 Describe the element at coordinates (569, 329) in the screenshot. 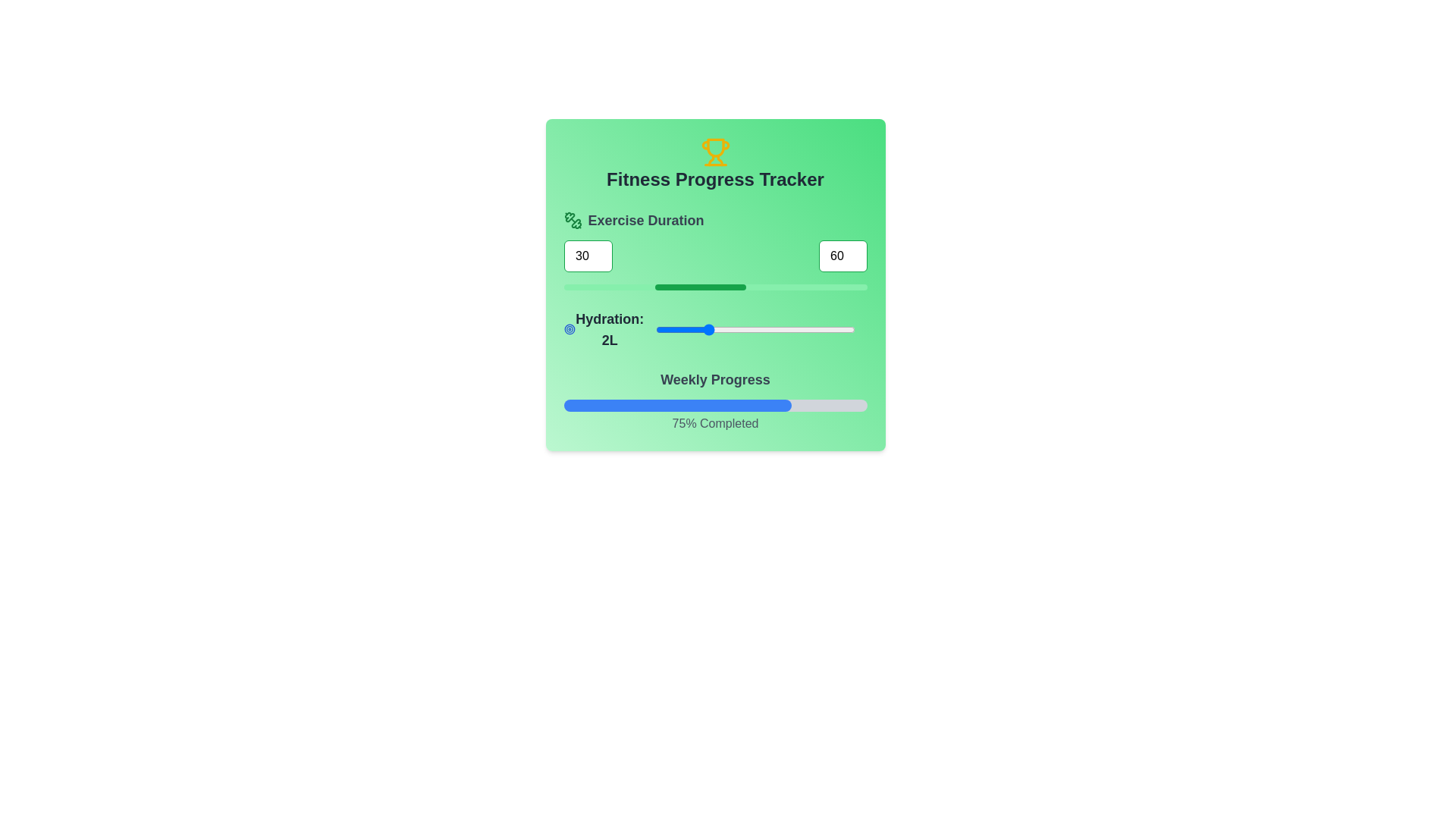

I see `the target icon representing the hydration tracker for user motivation via keyboard navigation` at that location.